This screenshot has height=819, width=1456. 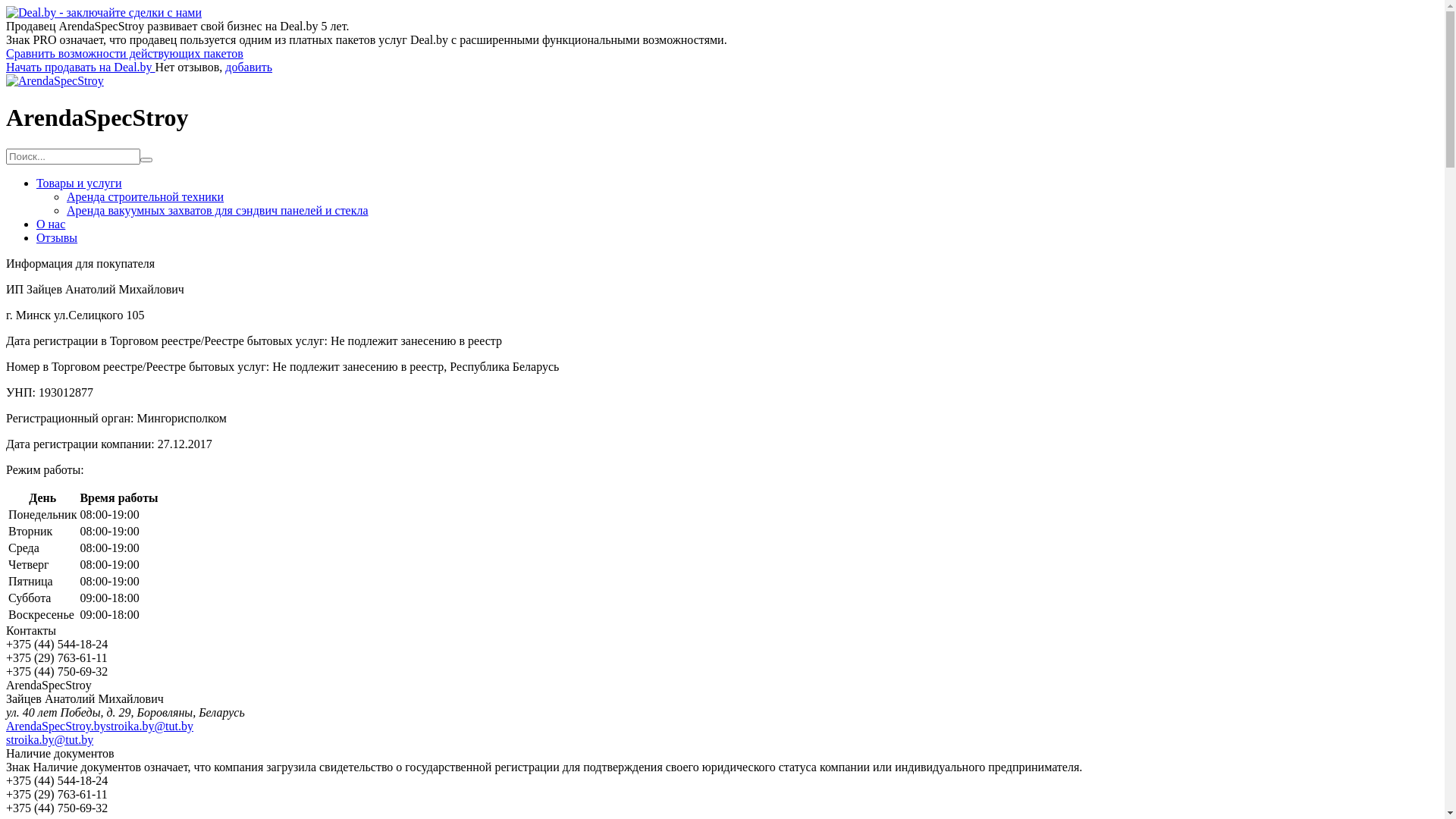 What do you see at coordinates (55, 80) in the screenshot?
I see `'ArendaSpecStroy'` at bounding box center [55, 80].